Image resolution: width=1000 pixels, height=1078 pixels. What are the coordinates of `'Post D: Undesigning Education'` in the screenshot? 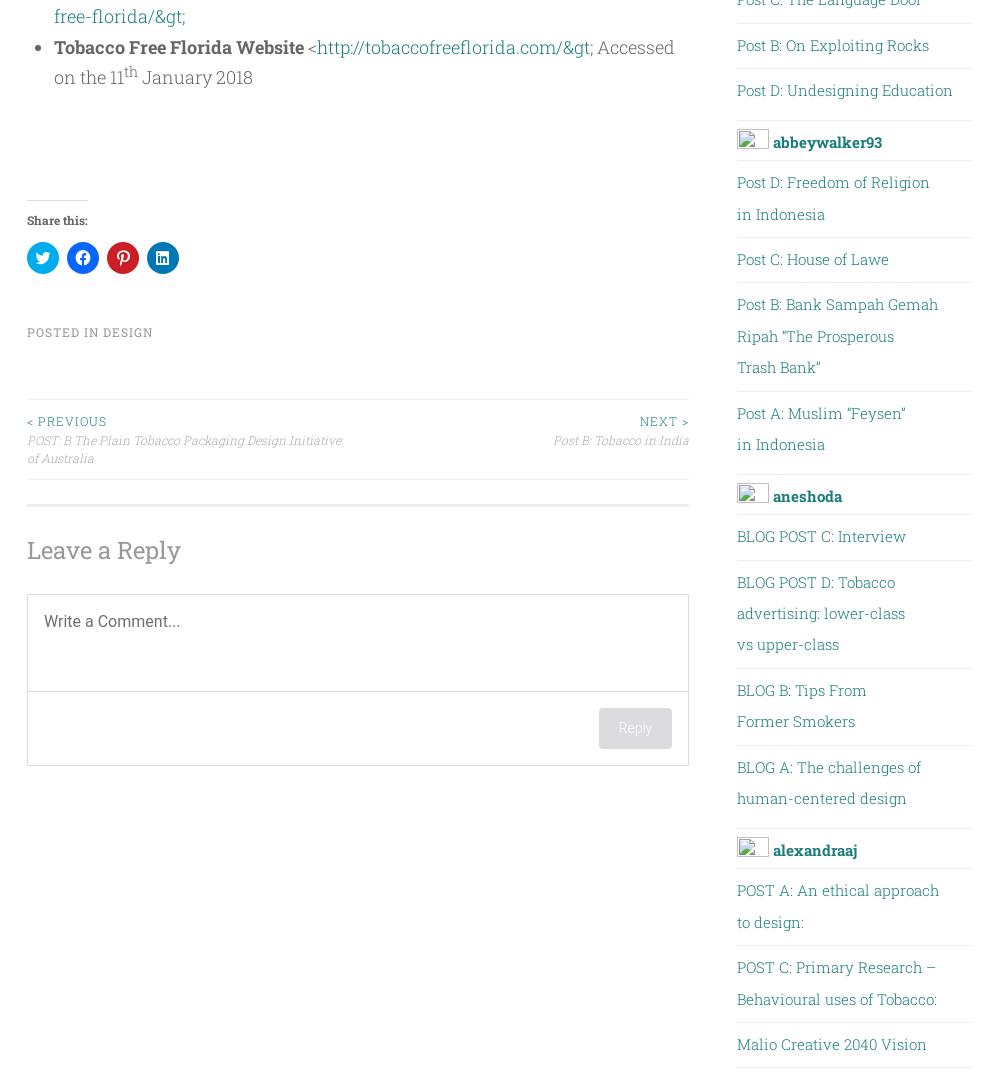 It's located at (735, 88).